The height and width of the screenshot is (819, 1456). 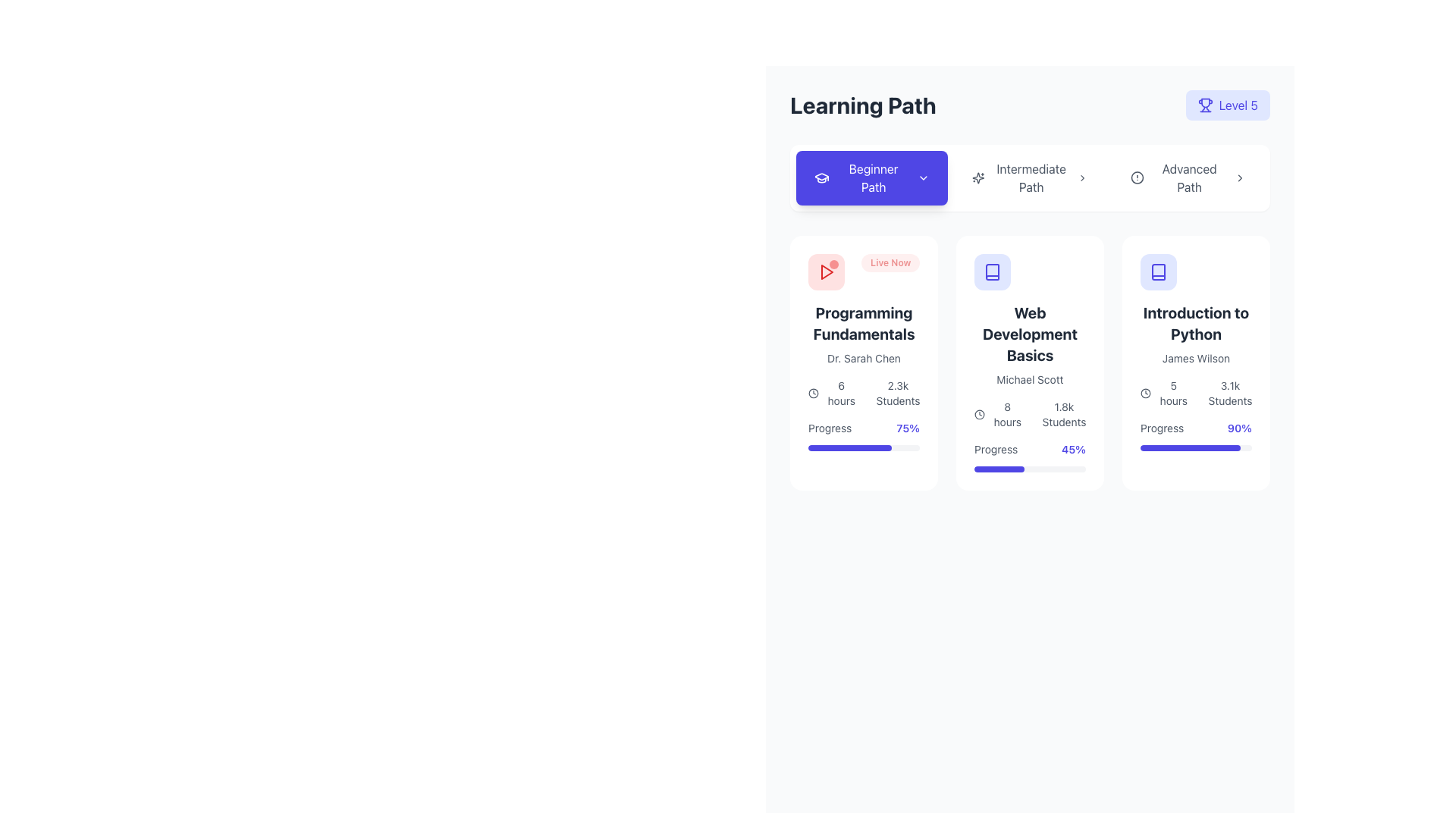 What do you see at coordinates (1227, 393) in the screenshot?
I see `the text label displaying '3.1k Students' located in the bottom-right corner of the 'Introduction to Python' card` at bounding box center [1227, 393].